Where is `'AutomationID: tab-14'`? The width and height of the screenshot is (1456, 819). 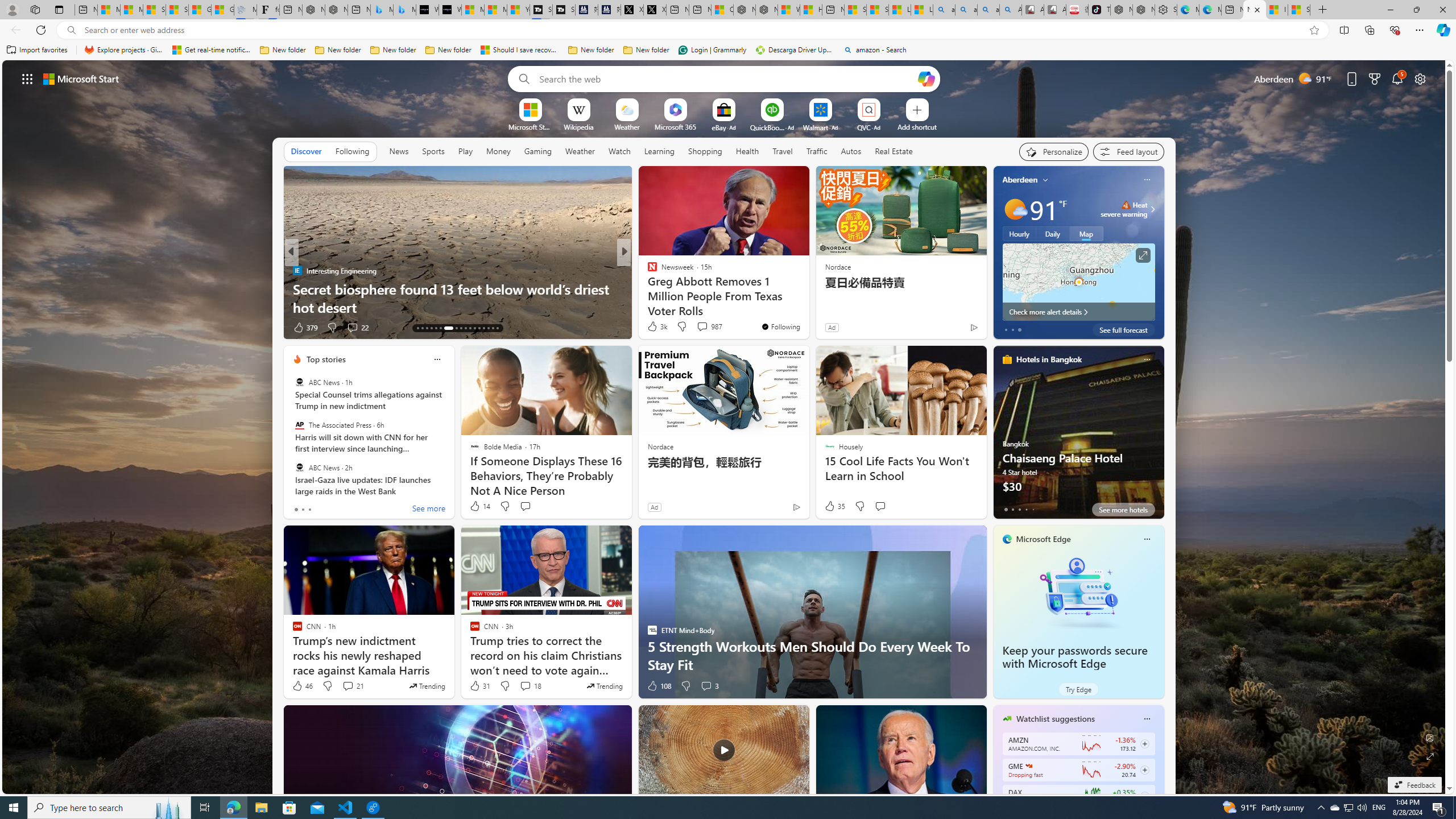 'AutomationID: tab-14' is located at coordinates (421, 328).